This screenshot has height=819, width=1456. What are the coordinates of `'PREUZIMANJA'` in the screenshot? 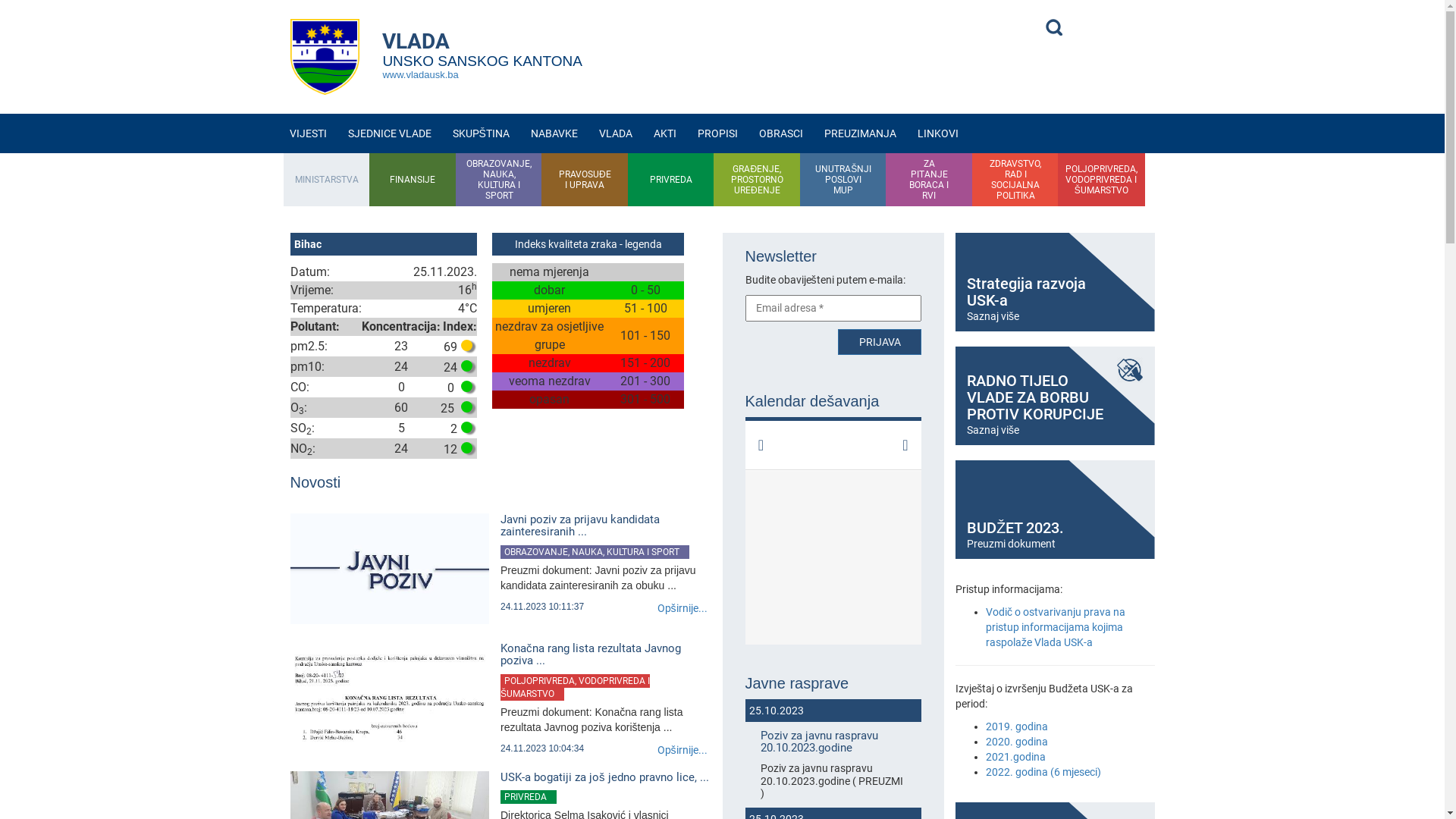 It's located at (860, 133).